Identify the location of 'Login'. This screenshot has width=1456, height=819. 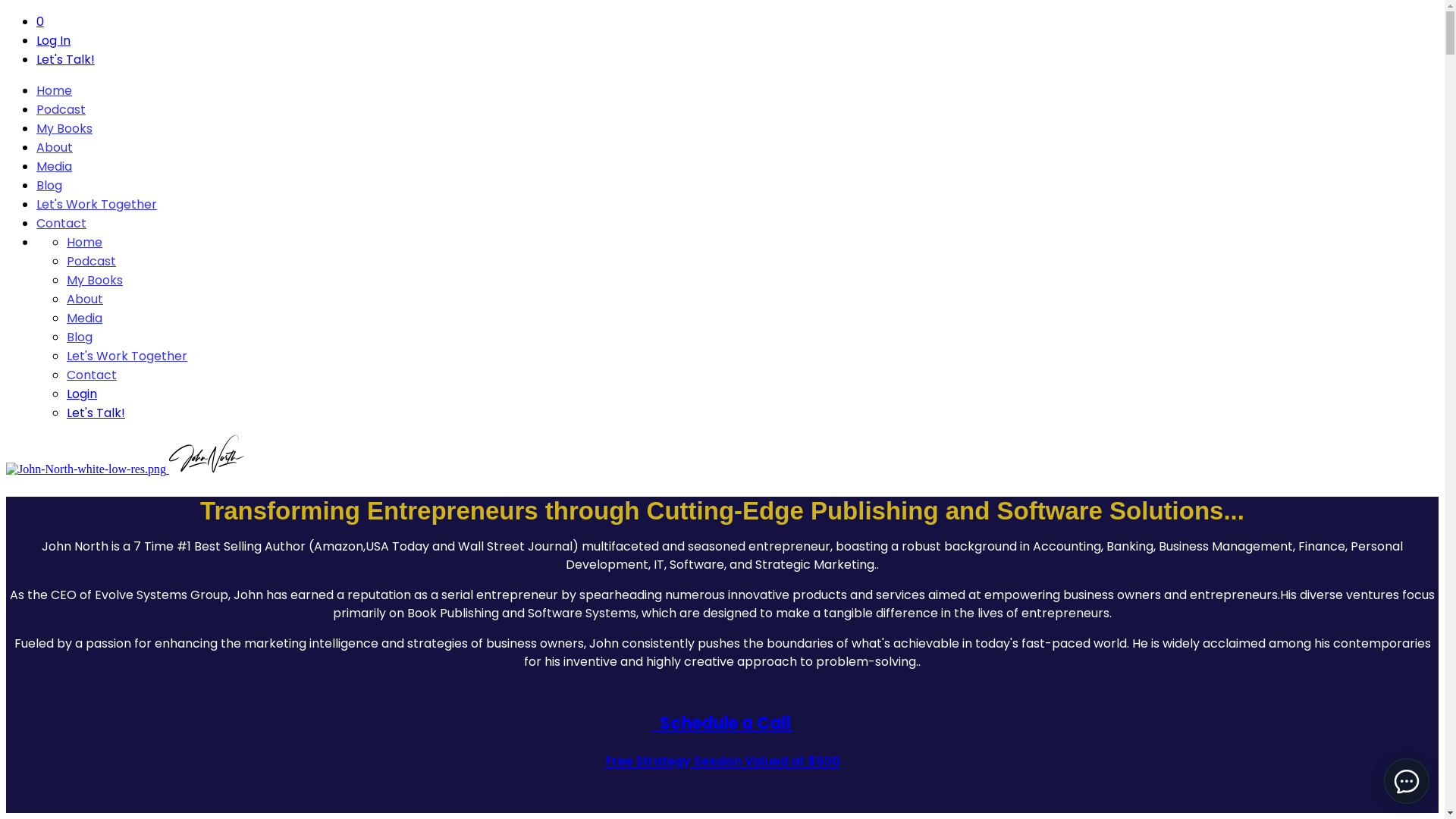
(80, 393).